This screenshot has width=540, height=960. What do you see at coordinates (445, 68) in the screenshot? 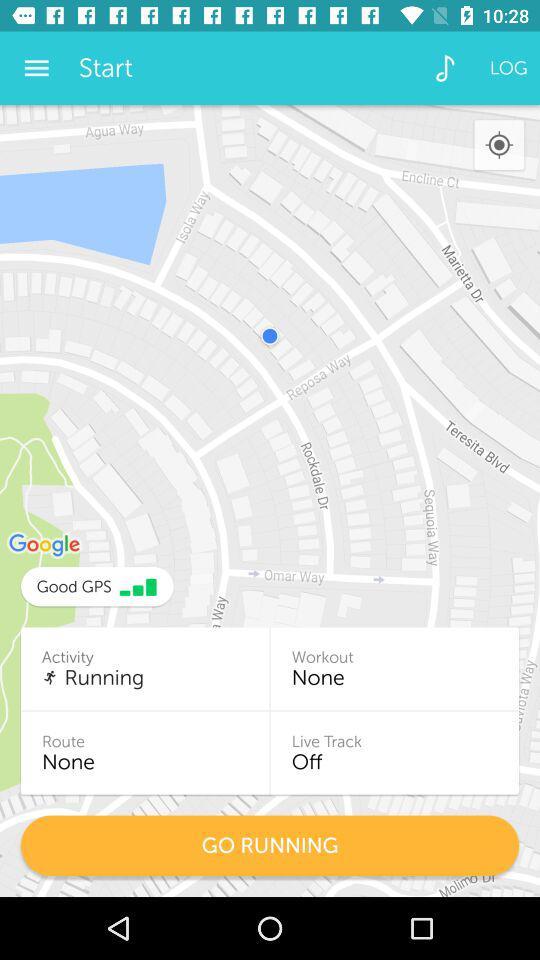
I see `app next to start` at bounding box center [445, 68].